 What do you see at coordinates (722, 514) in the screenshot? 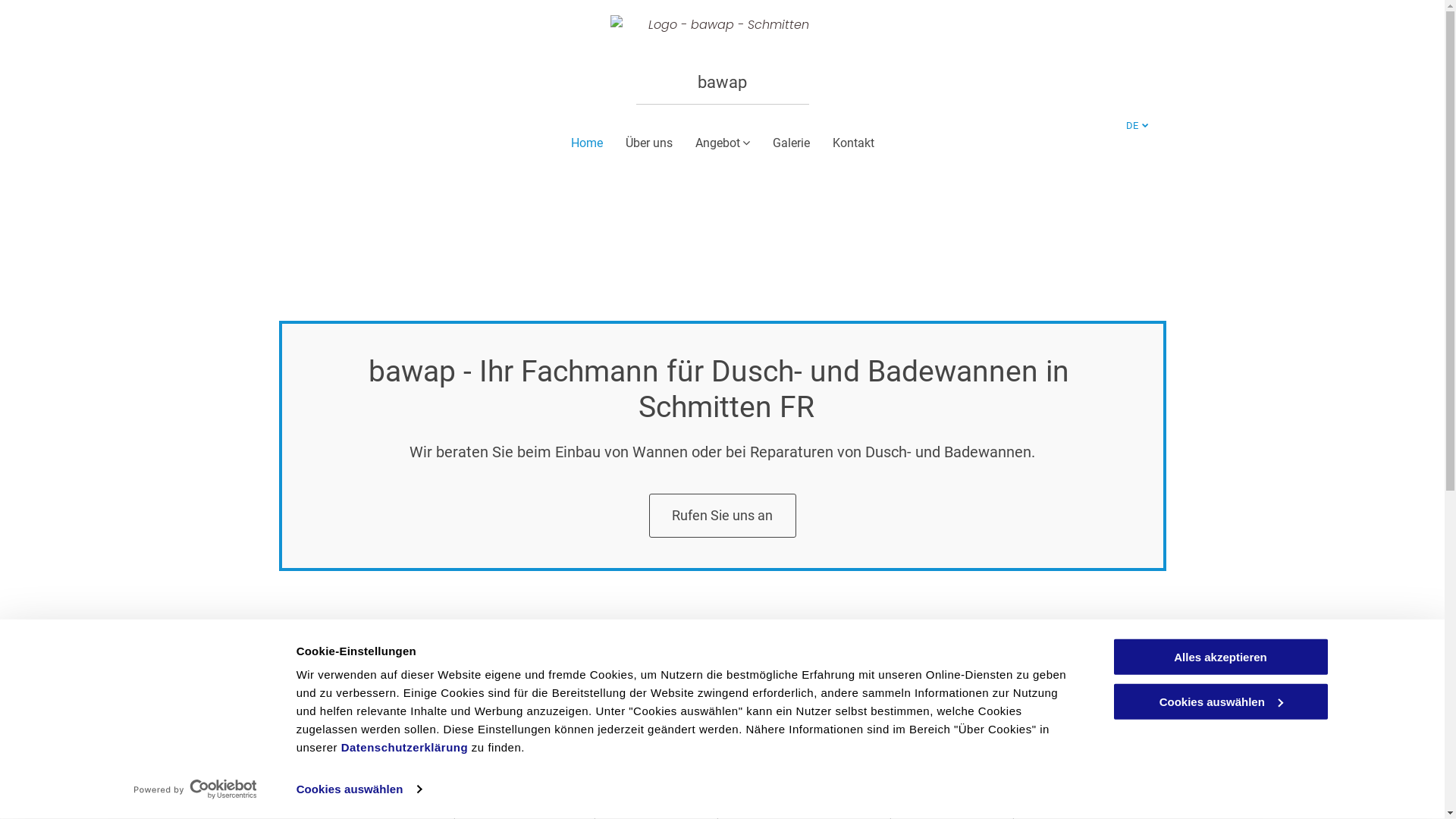
I see `'Rufen Sie uns an'` at bounding box center [722, 514].